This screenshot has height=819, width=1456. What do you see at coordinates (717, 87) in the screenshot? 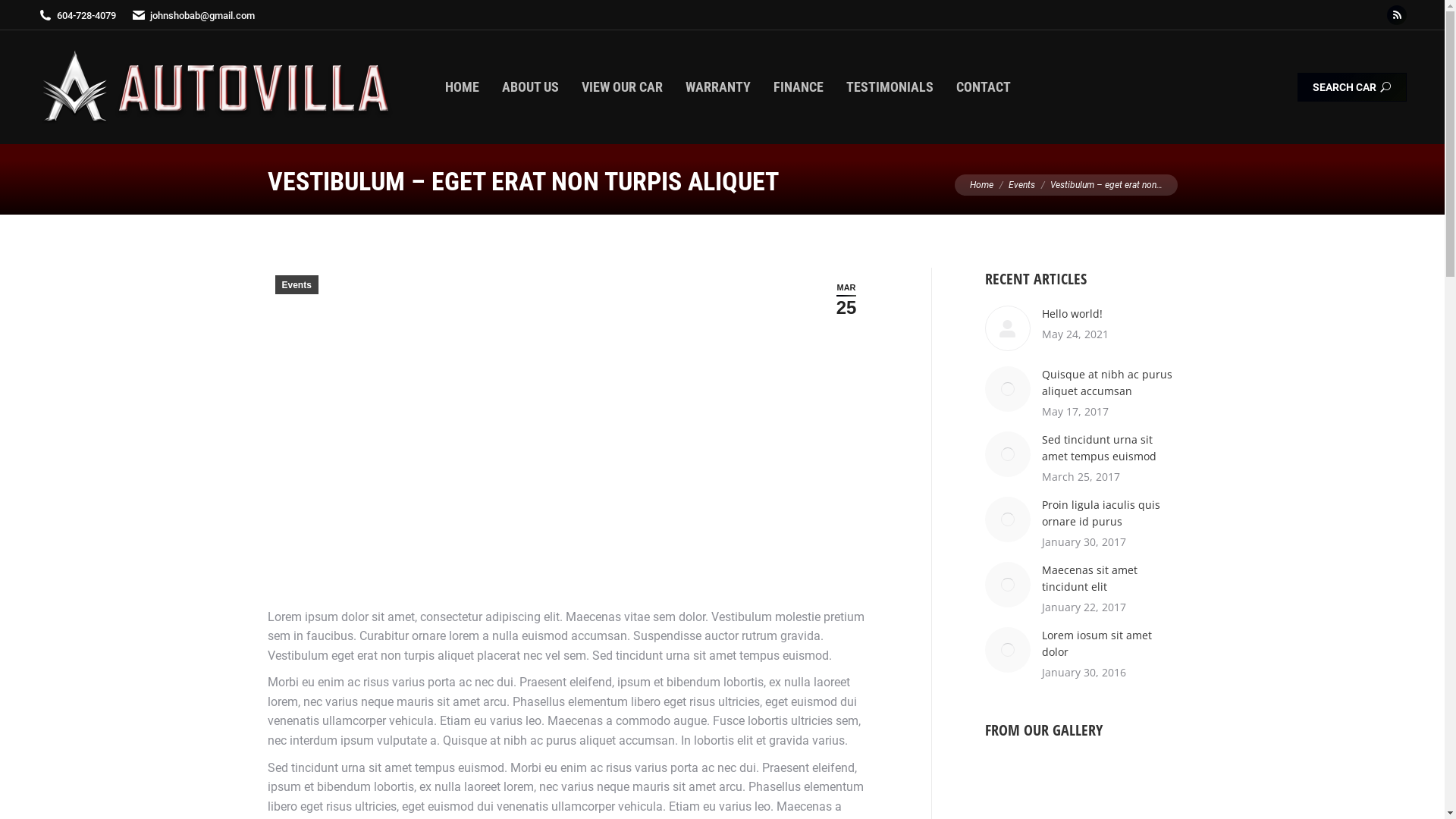
I see `'WARRANTY'` at bounding box center [717, 87].